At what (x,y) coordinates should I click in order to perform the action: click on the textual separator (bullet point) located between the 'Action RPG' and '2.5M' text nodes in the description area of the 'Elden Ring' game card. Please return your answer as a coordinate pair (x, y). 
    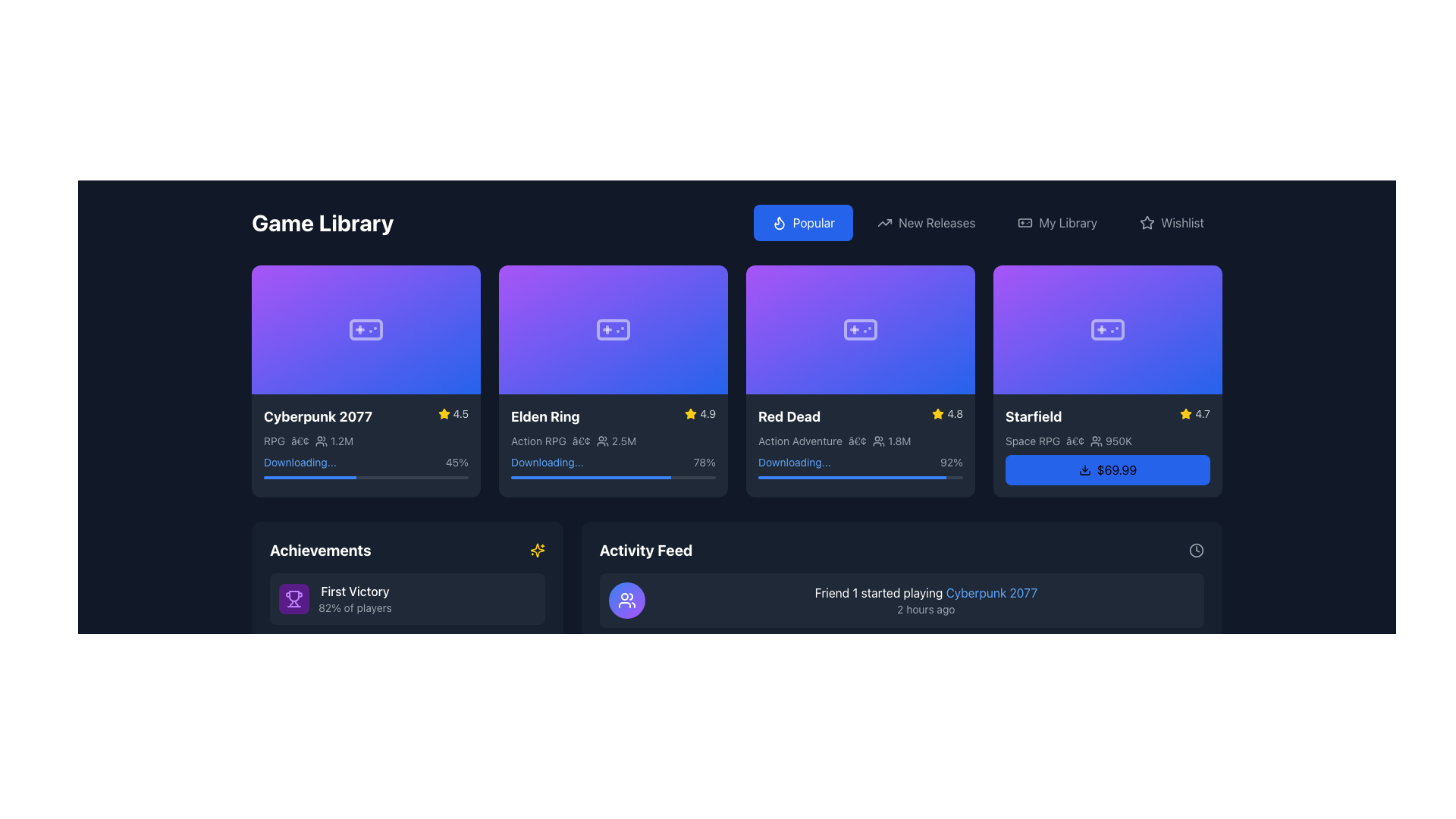
    Looking at the image, I should click on (580, 441).